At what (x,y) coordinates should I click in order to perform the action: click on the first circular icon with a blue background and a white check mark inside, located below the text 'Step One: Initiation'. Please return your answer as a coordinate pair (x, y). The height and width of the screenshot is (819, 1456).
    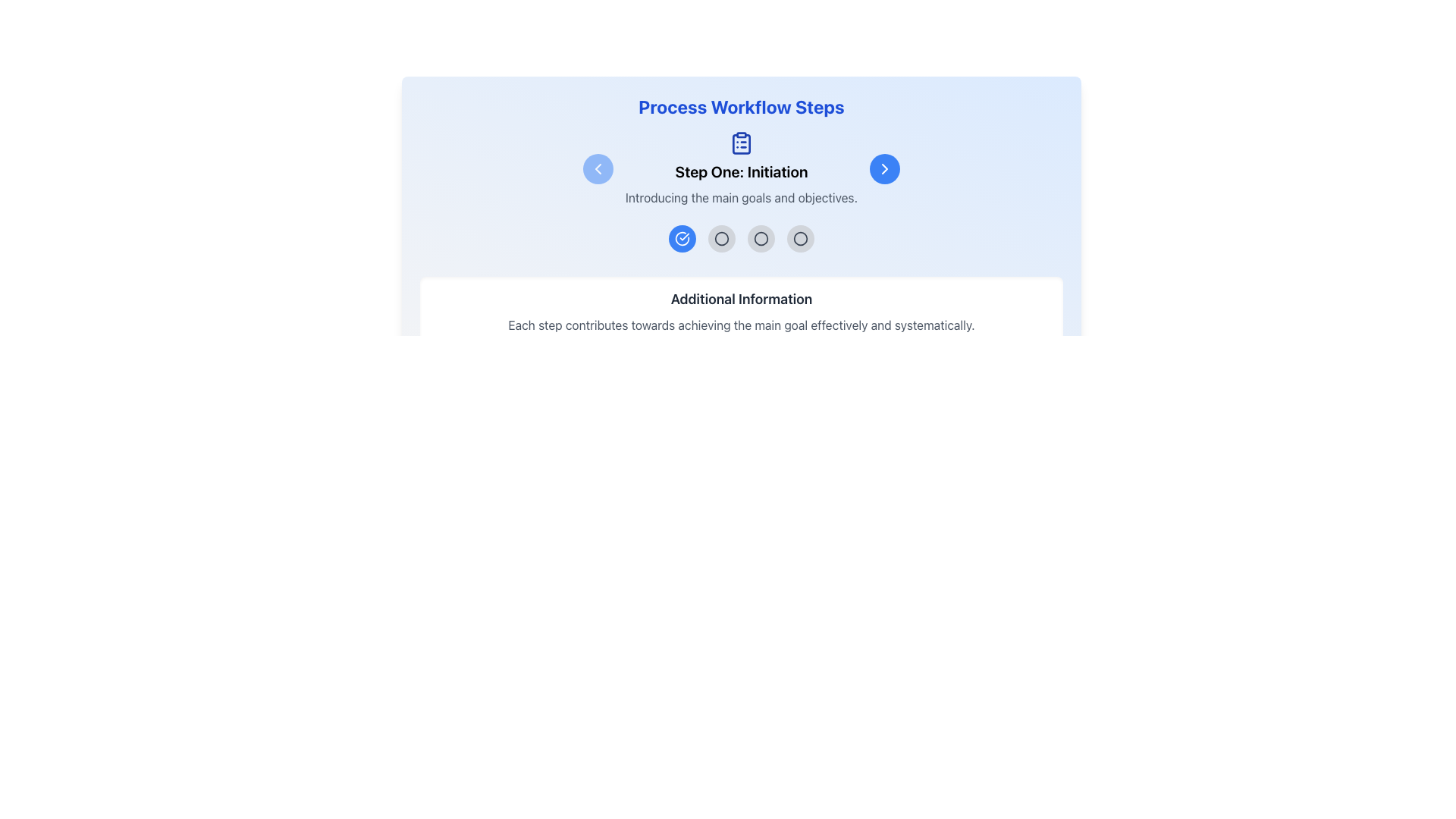
    Looking at the image, I should click on (682, 239).